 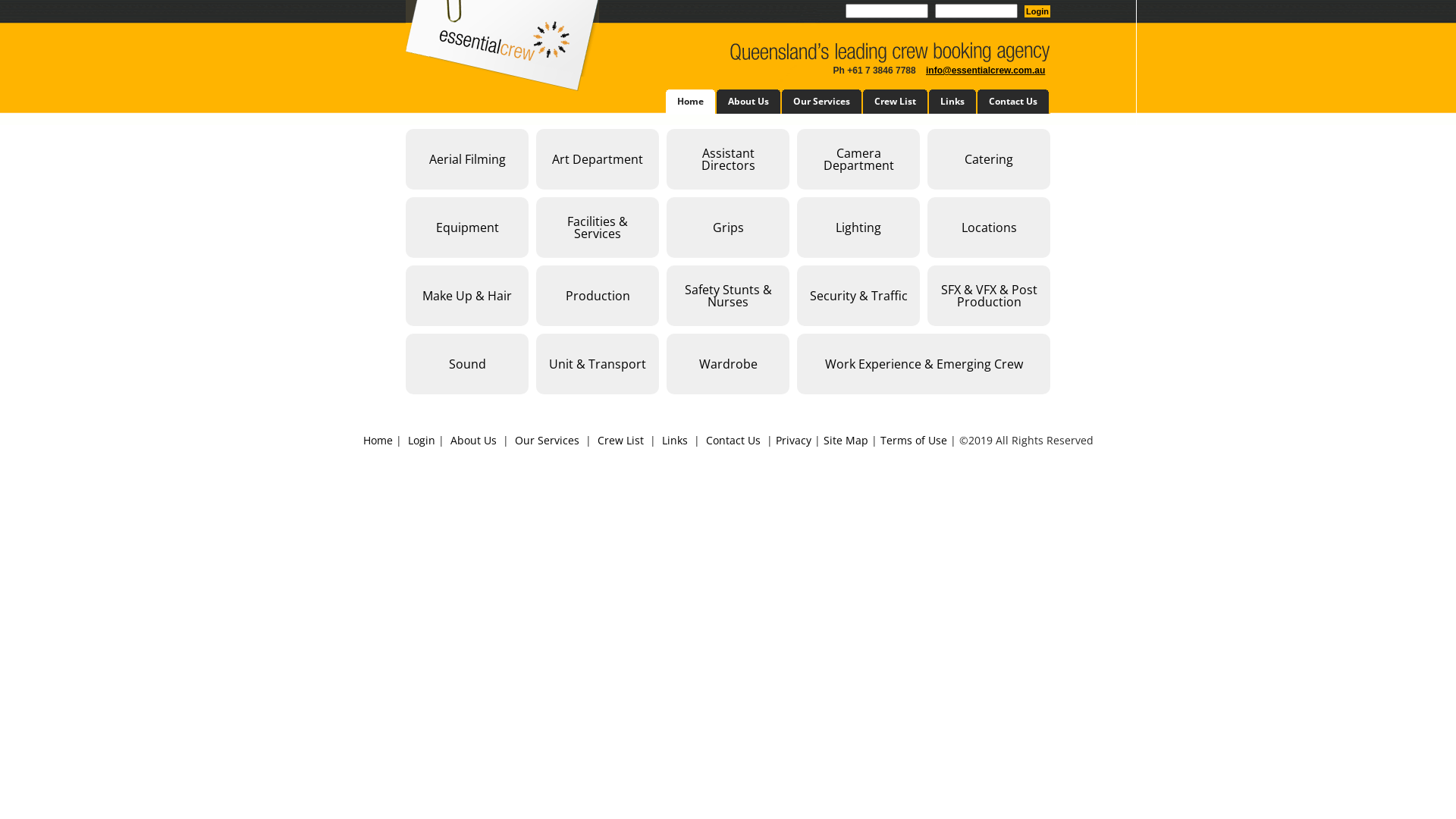 I want to click on 'SFX & VFX & Post Production', so click(x=989, y=295).